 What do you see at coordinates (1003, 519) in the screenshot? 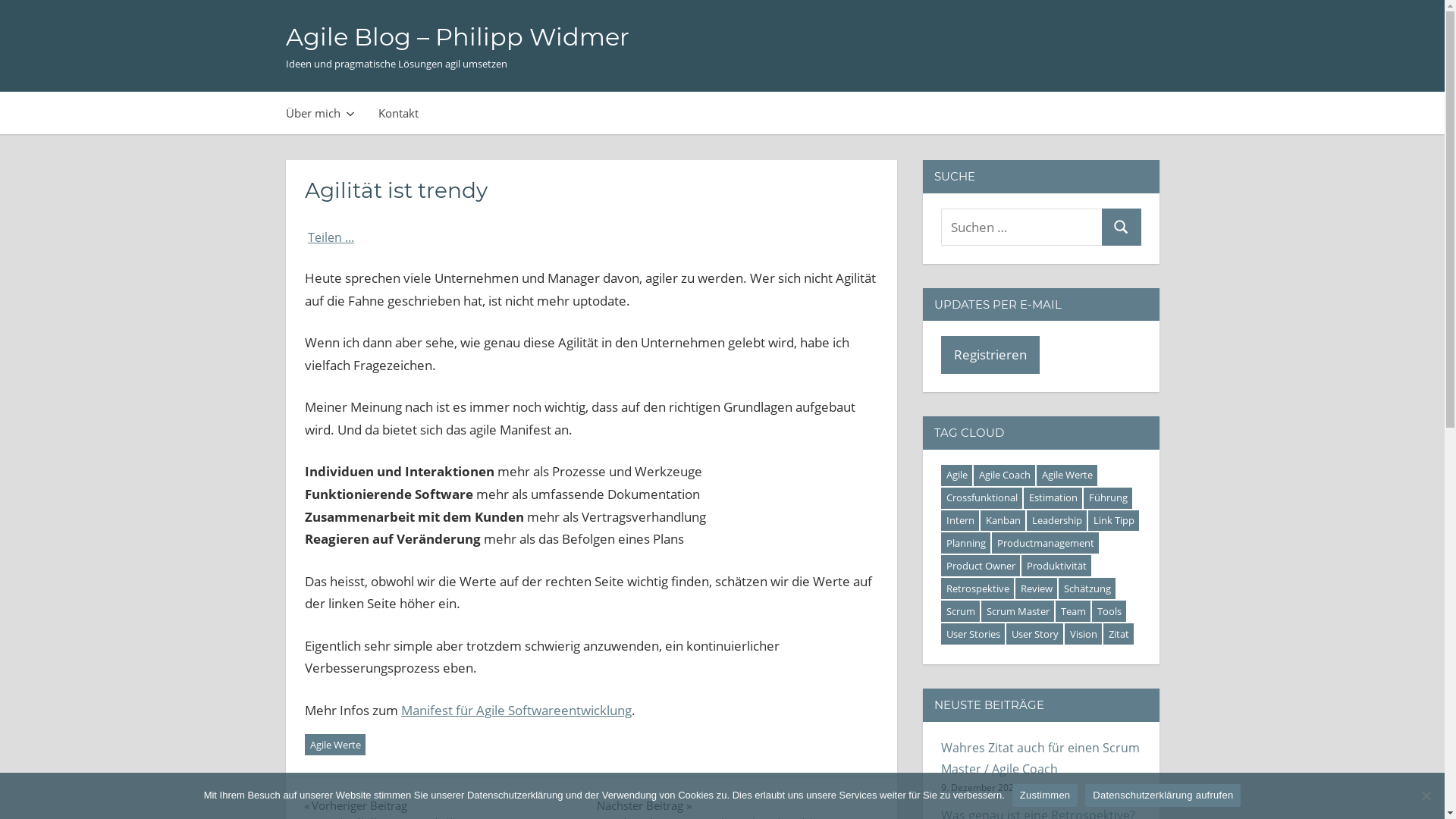
I see `'Kanban'` at bounding box center [1003, 519].